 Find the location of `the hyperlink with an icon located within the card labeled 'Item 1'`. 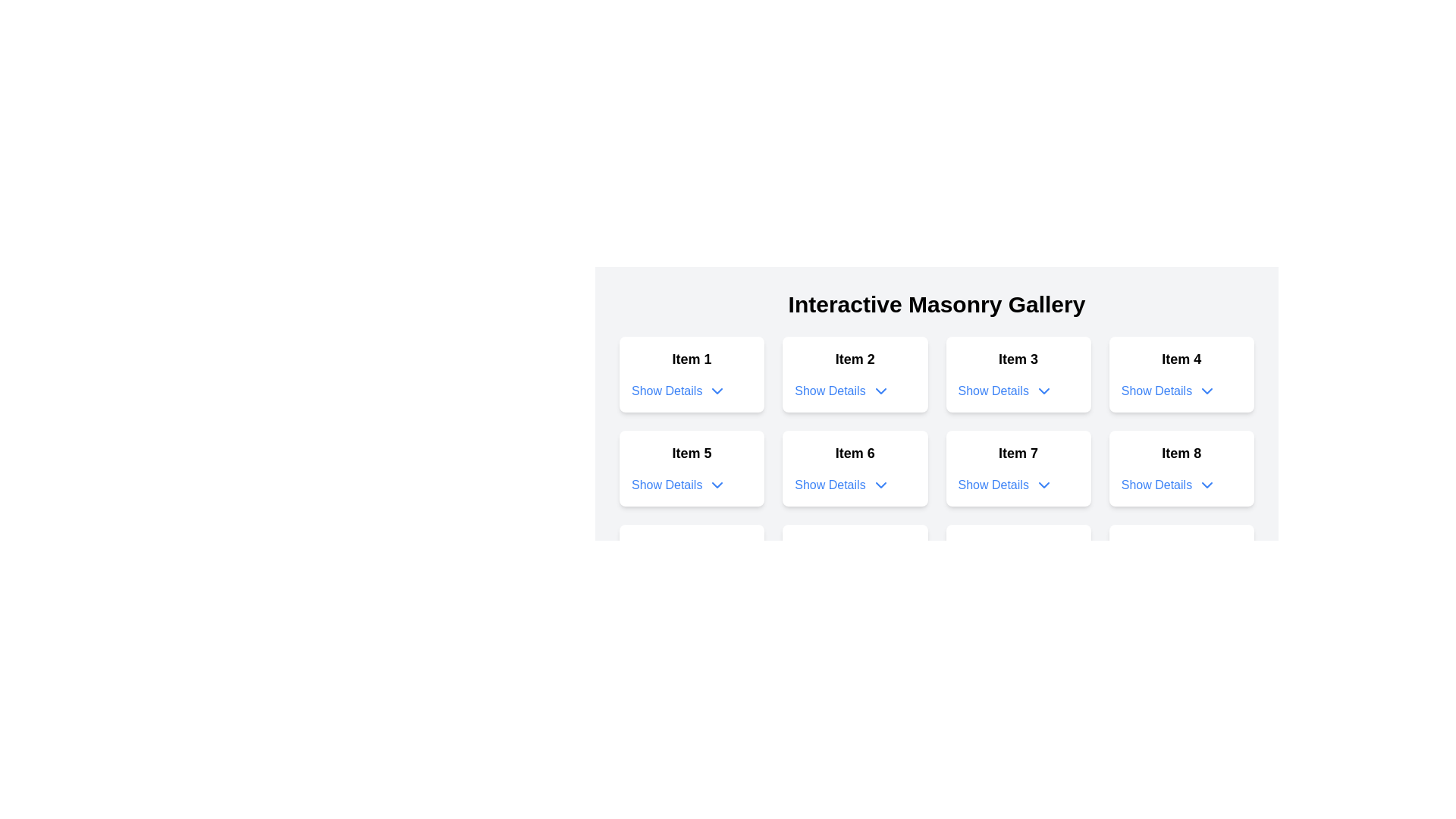

the hyperlink with an icon located within the card labeled 'Item 1' is located at coordinates (678, 391).